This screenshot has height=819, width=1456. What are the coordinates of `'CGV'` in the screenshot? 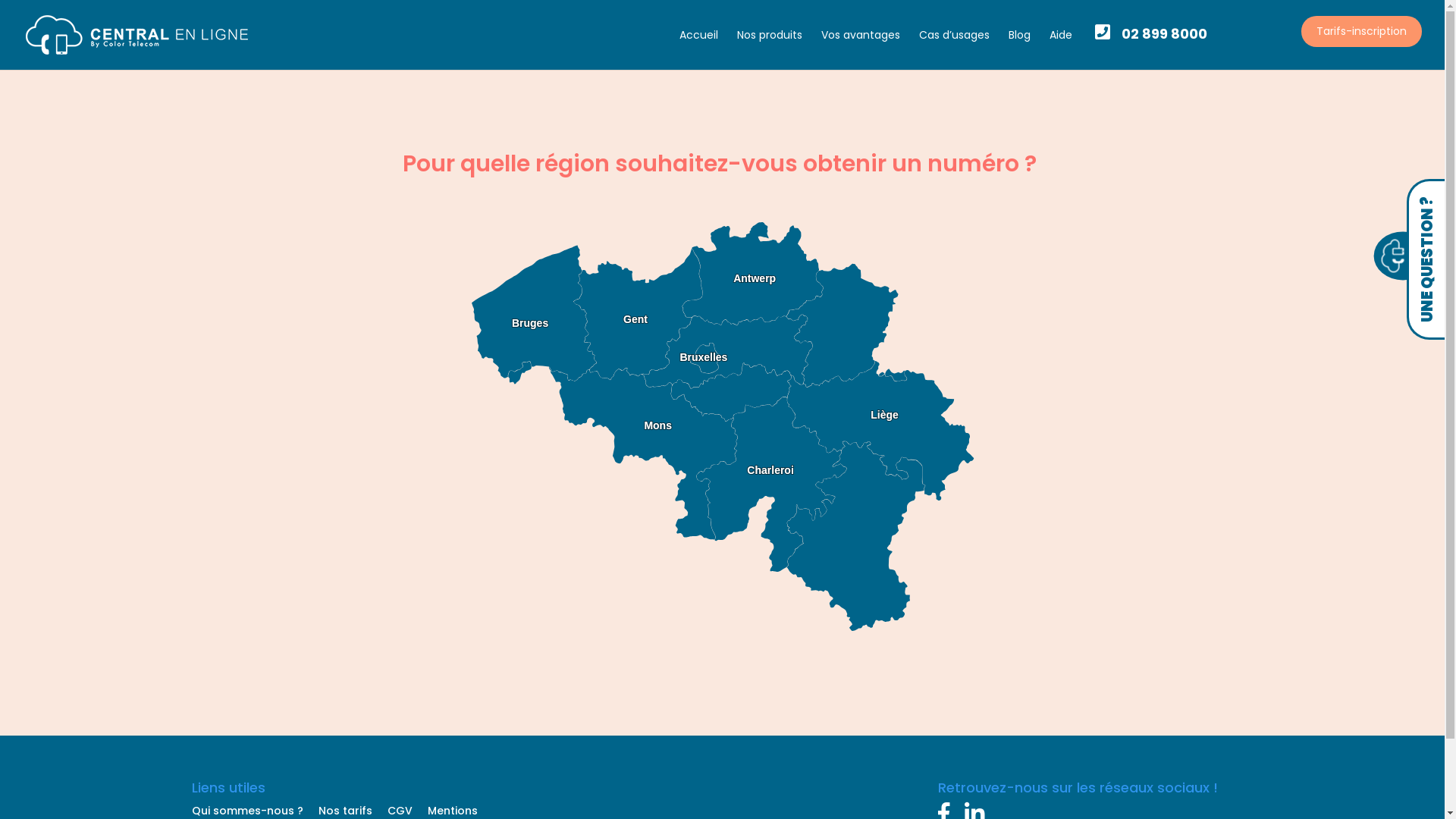 It's located at (399, 809).